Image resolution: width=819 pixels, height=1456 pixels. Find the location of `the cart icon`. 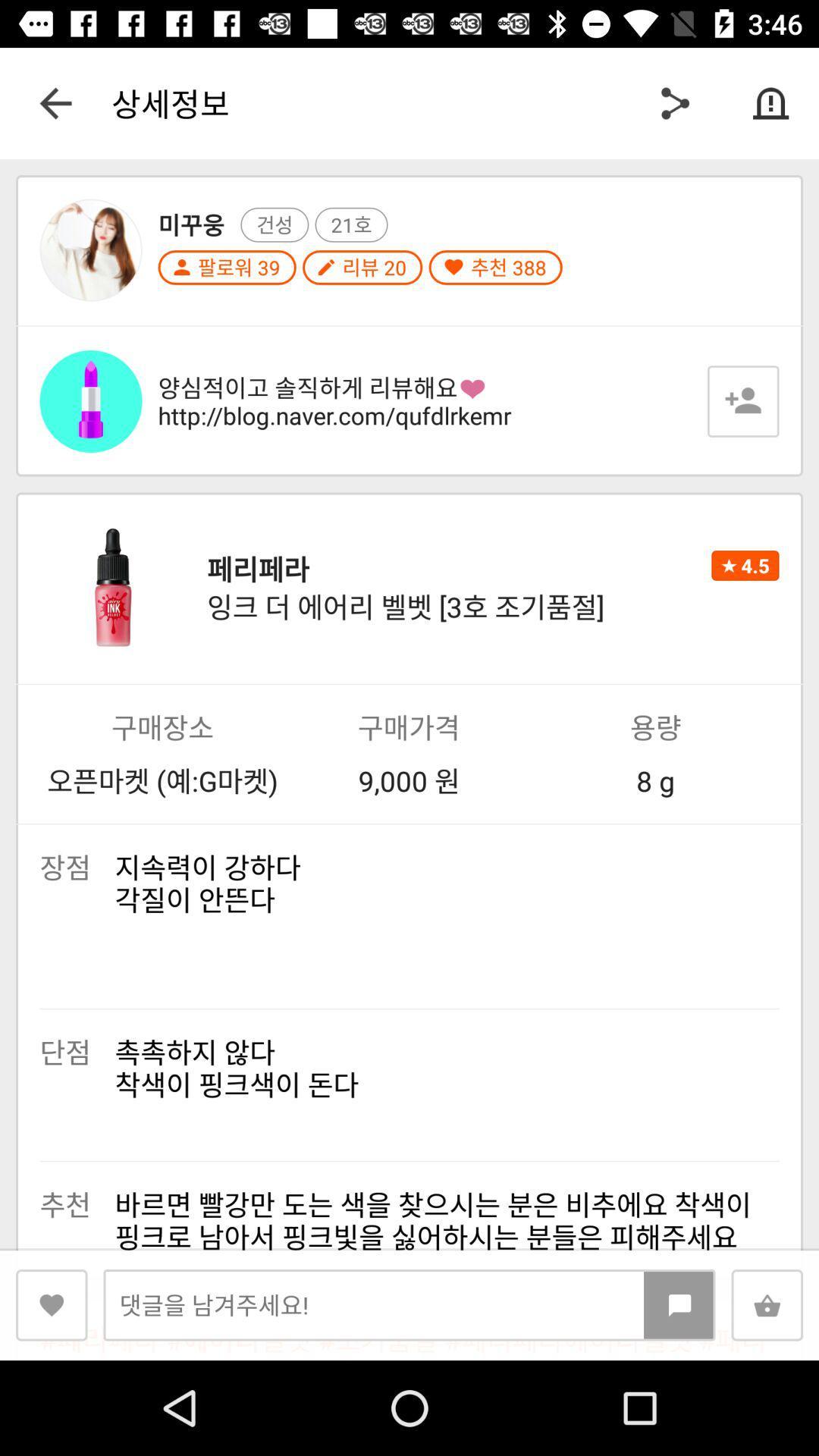

the cart icon is located at coordinates (767, 1304).